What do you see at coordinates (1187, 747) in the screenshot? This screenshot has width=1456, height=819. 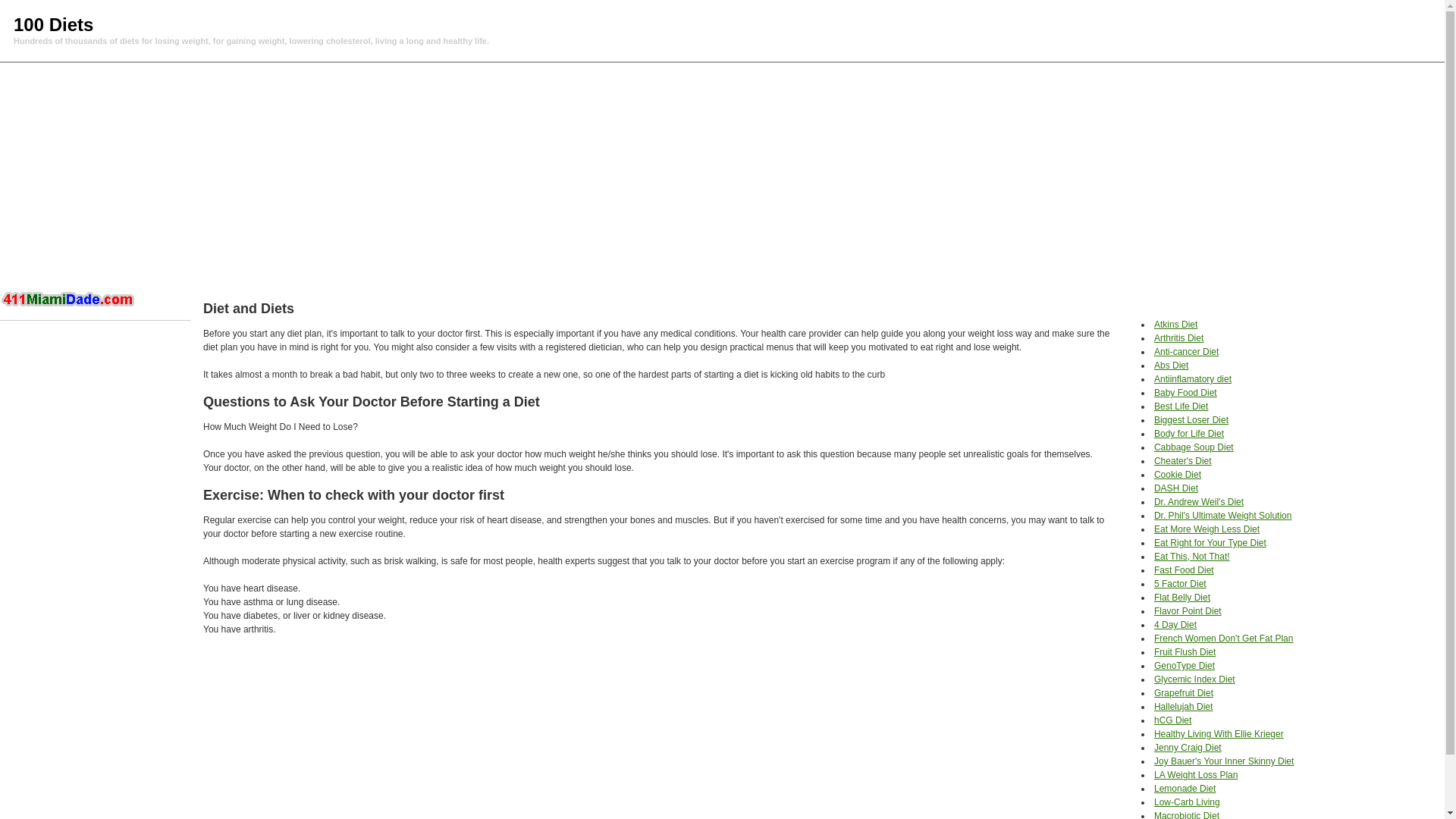 I see `'Jenny Craig Diet'` at bounding box center [1187, 747].